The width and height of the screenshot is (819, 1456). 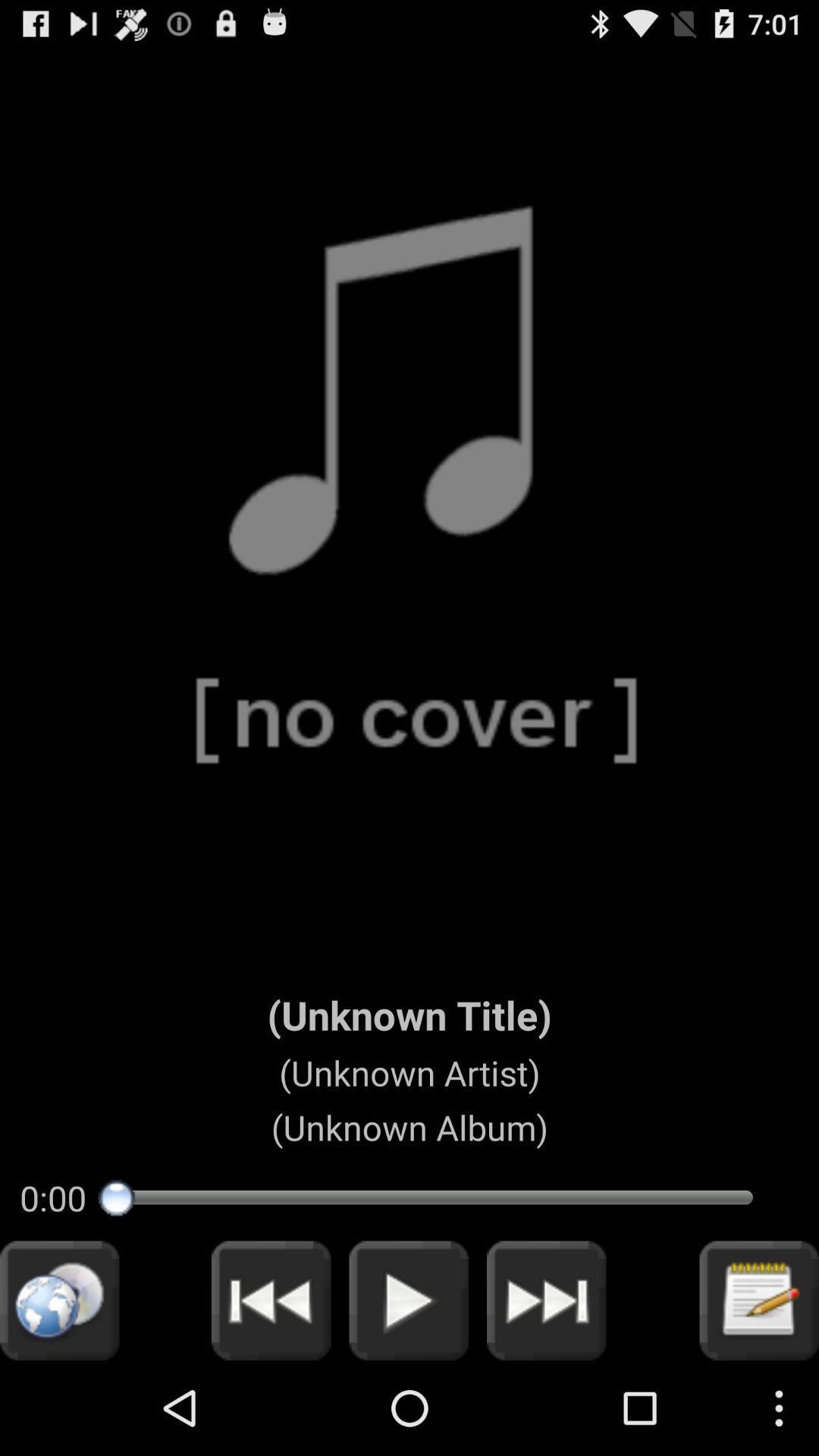 I want to click on the skip_next icon, so click(x=546, y=1392).